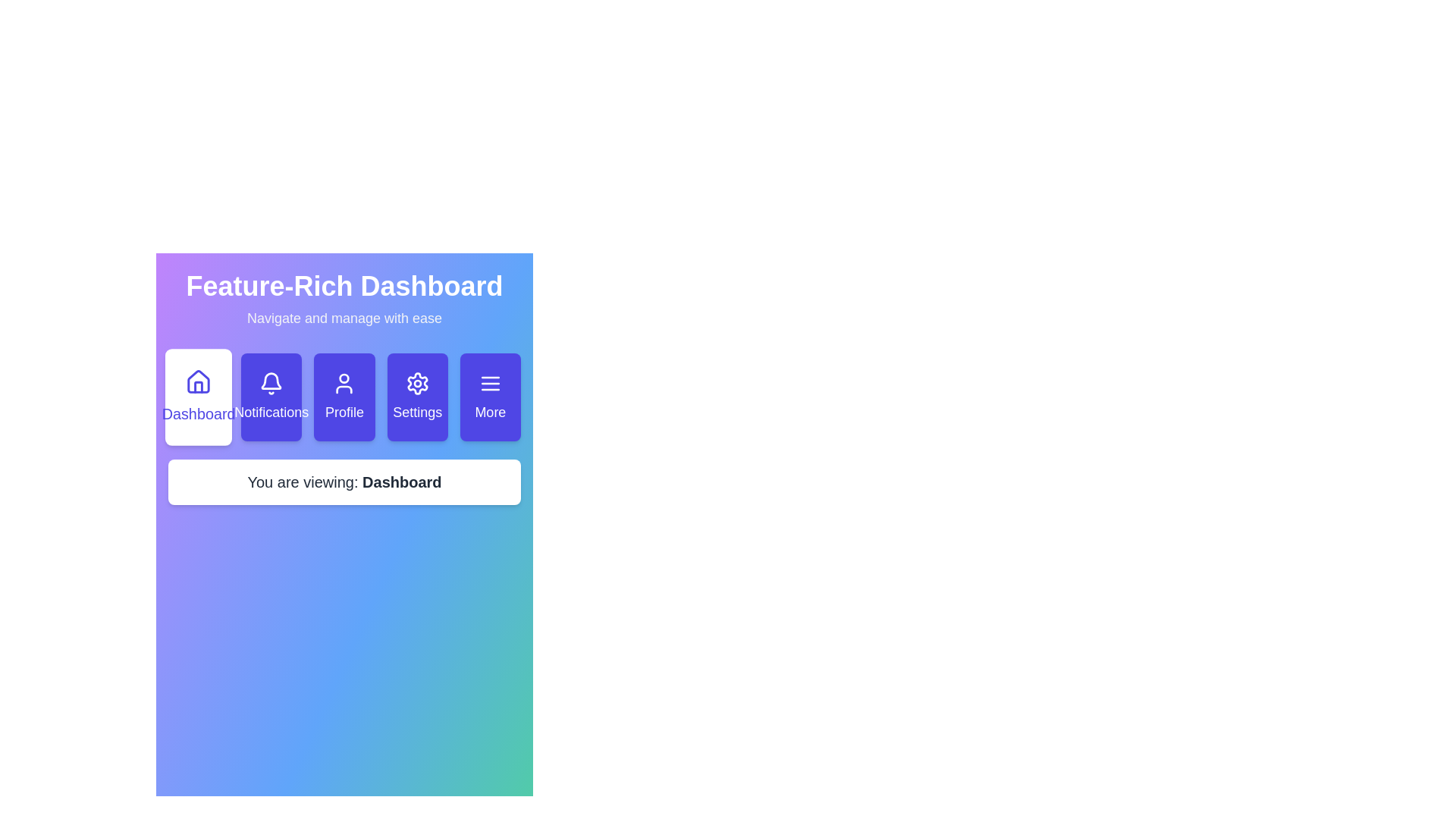  What do you see at coordinates (490, 412) in the screenshot?
I see `the 'More' text label, which is styled with a medium-sized font in white color and located inside a rounded rectangular button with an indigo background in the navigation grid` at bounding box center [490, 412].